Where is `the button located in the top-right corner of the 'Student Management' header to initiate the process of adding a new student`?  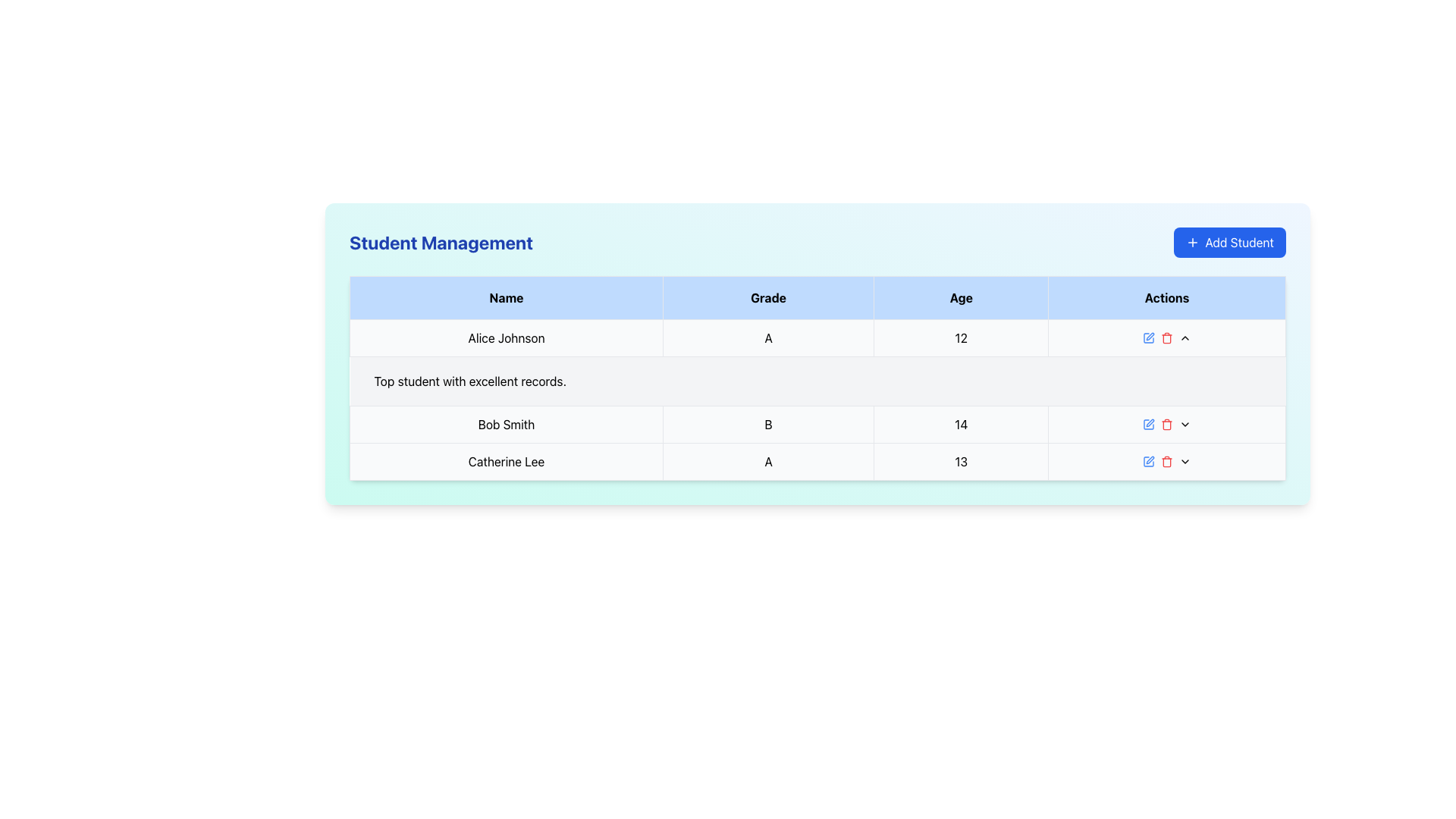
the button located in the top-right corner of the 'Student Management' header to initiate the process of adding a new student is located at coordinates (1229, 242).